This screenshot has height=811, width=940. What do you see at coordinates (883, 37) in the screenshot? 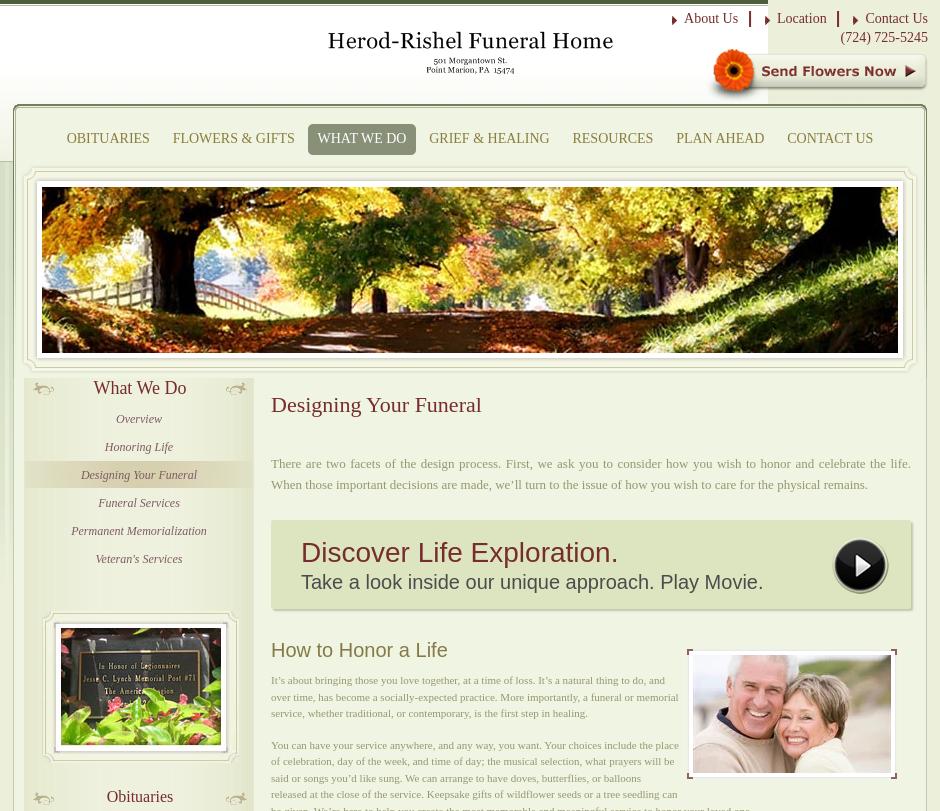
I see `'(724) 725-5245'` at bounding box center [883, 37].